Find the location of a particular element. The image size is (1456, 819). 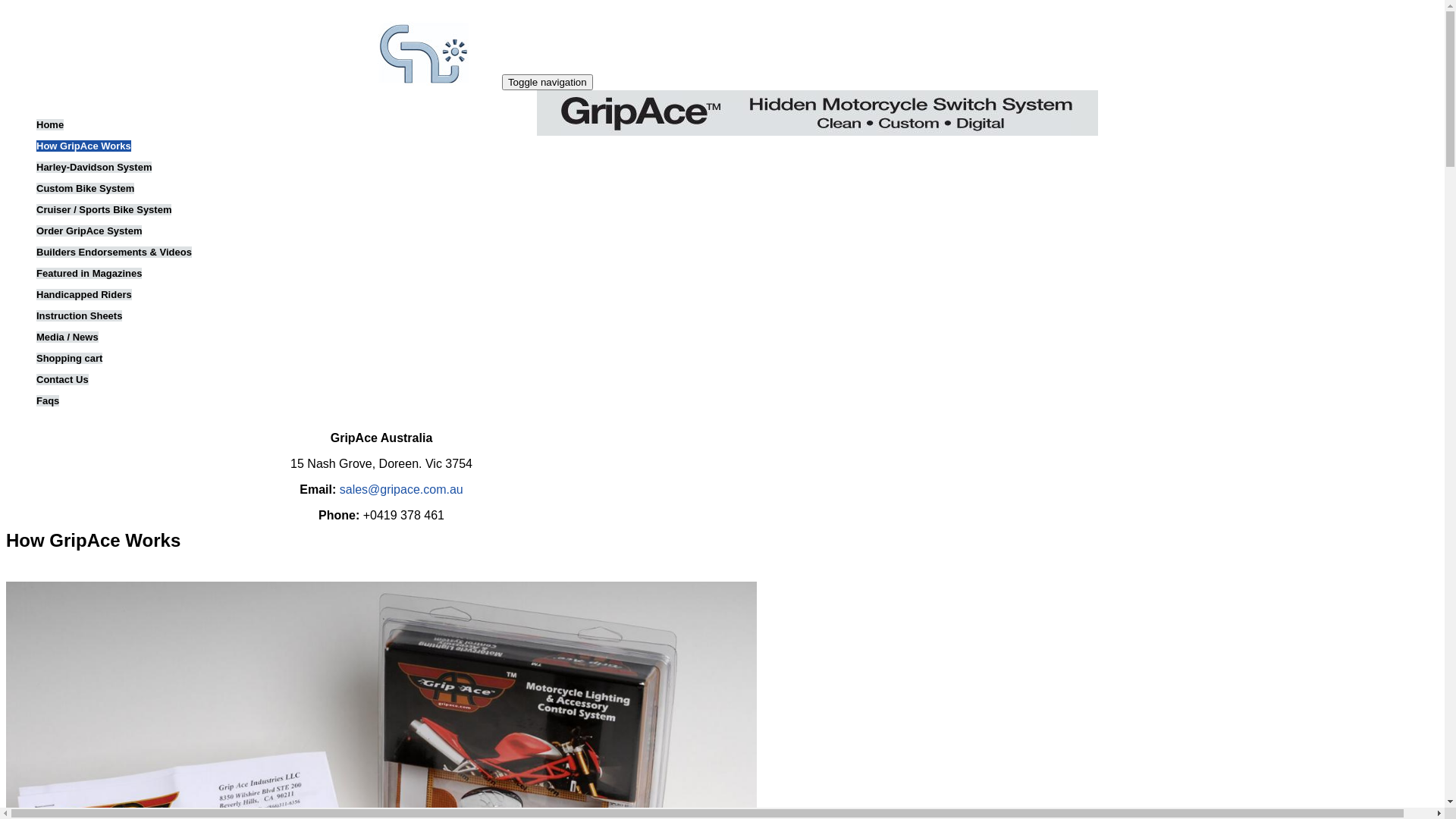

'Contact Us' is located at coordinates (61, 378).